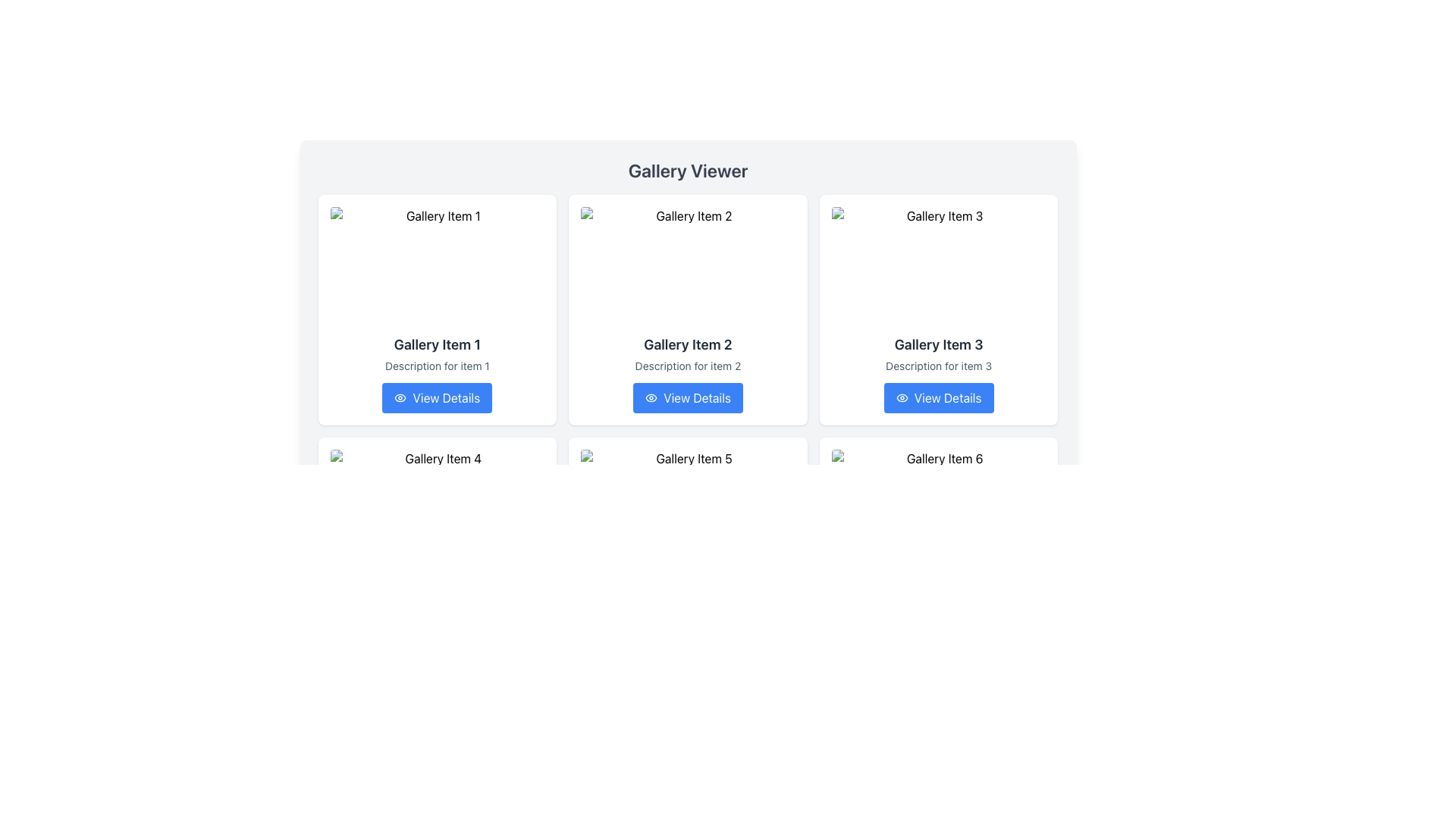  Describe the element at coordinates (938, 345) in the screenshot. I see `text label titled 'Gallery Item 3' located in the third column of the gallery viewer interface, positioned below the thumbnail image and above the description text` at that location.